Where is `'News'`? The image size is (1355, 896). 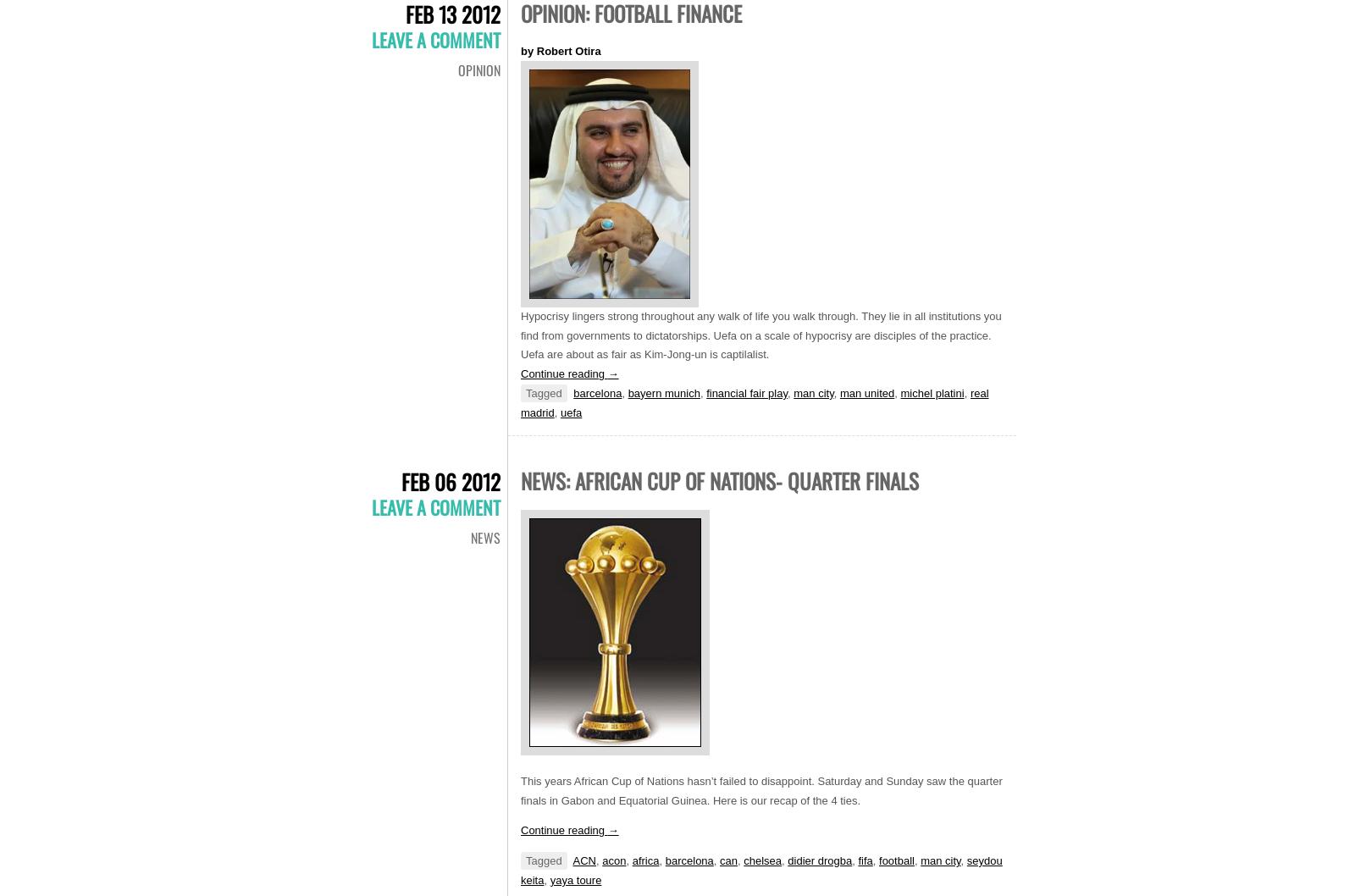
'News' is located at coordinates (484, 537).